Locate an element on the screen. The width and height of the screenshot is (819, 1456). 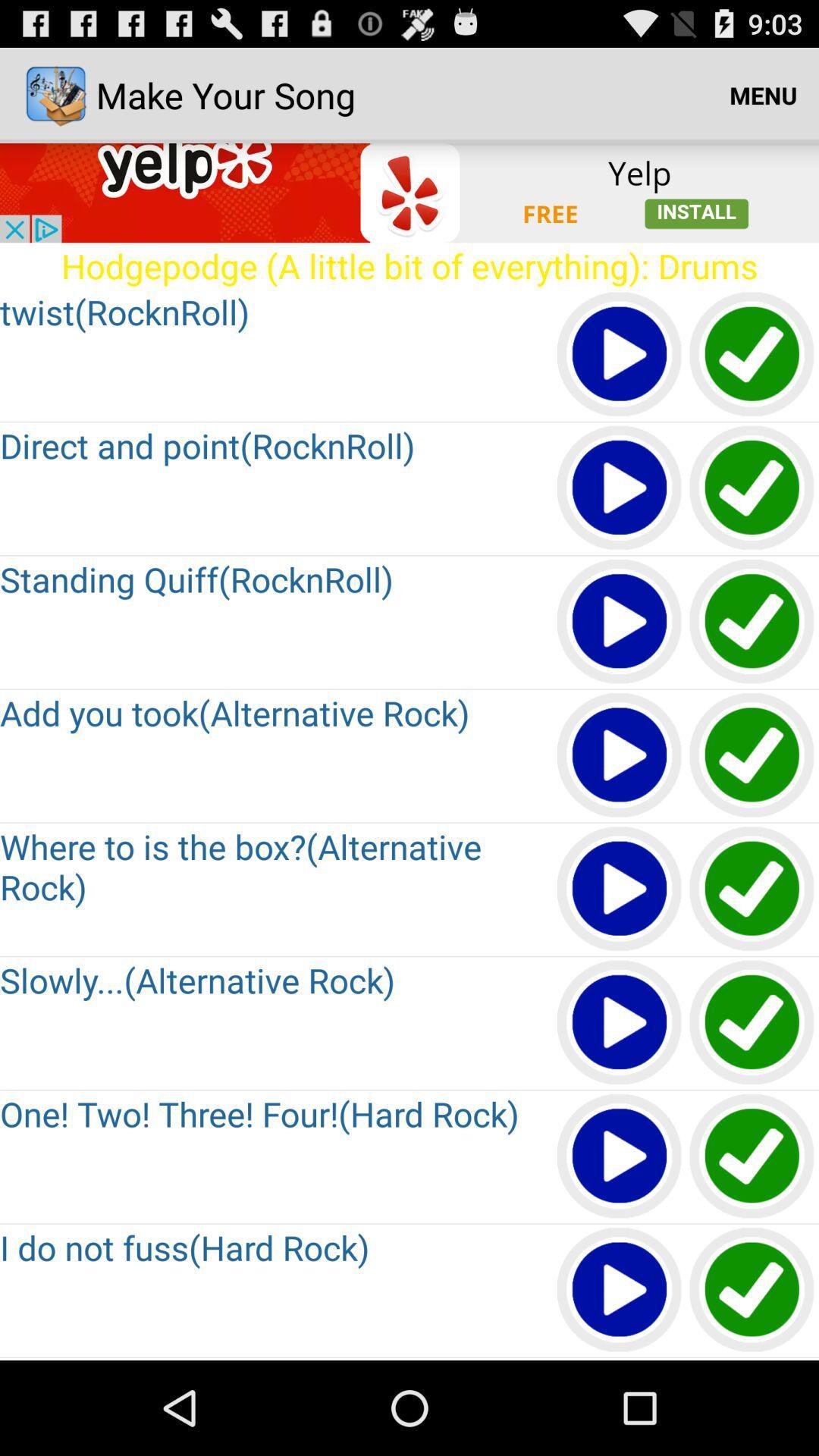
the app install in verified is located at coordinates (752, 890).